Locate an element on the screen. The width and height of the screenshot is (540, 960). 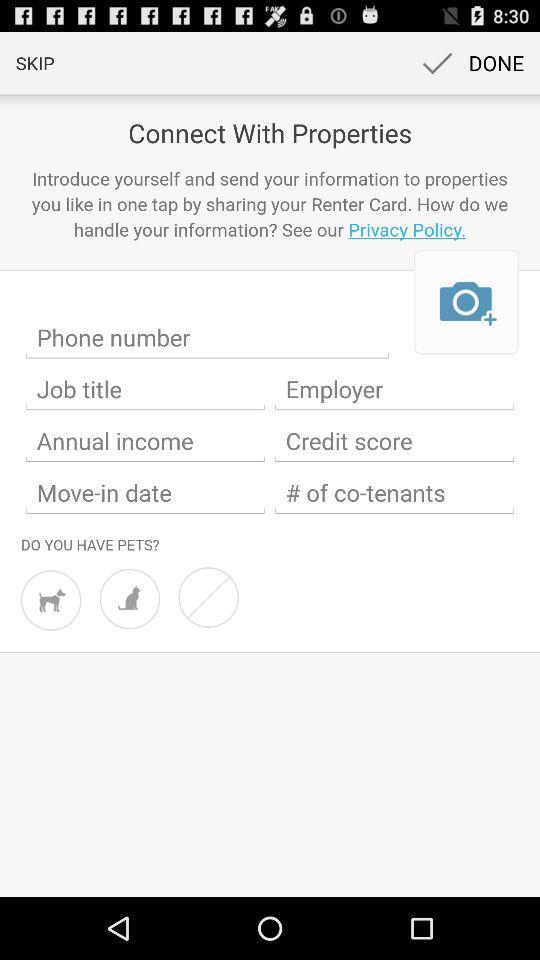
app below connect with properties item is located at coordinates (270, 204).